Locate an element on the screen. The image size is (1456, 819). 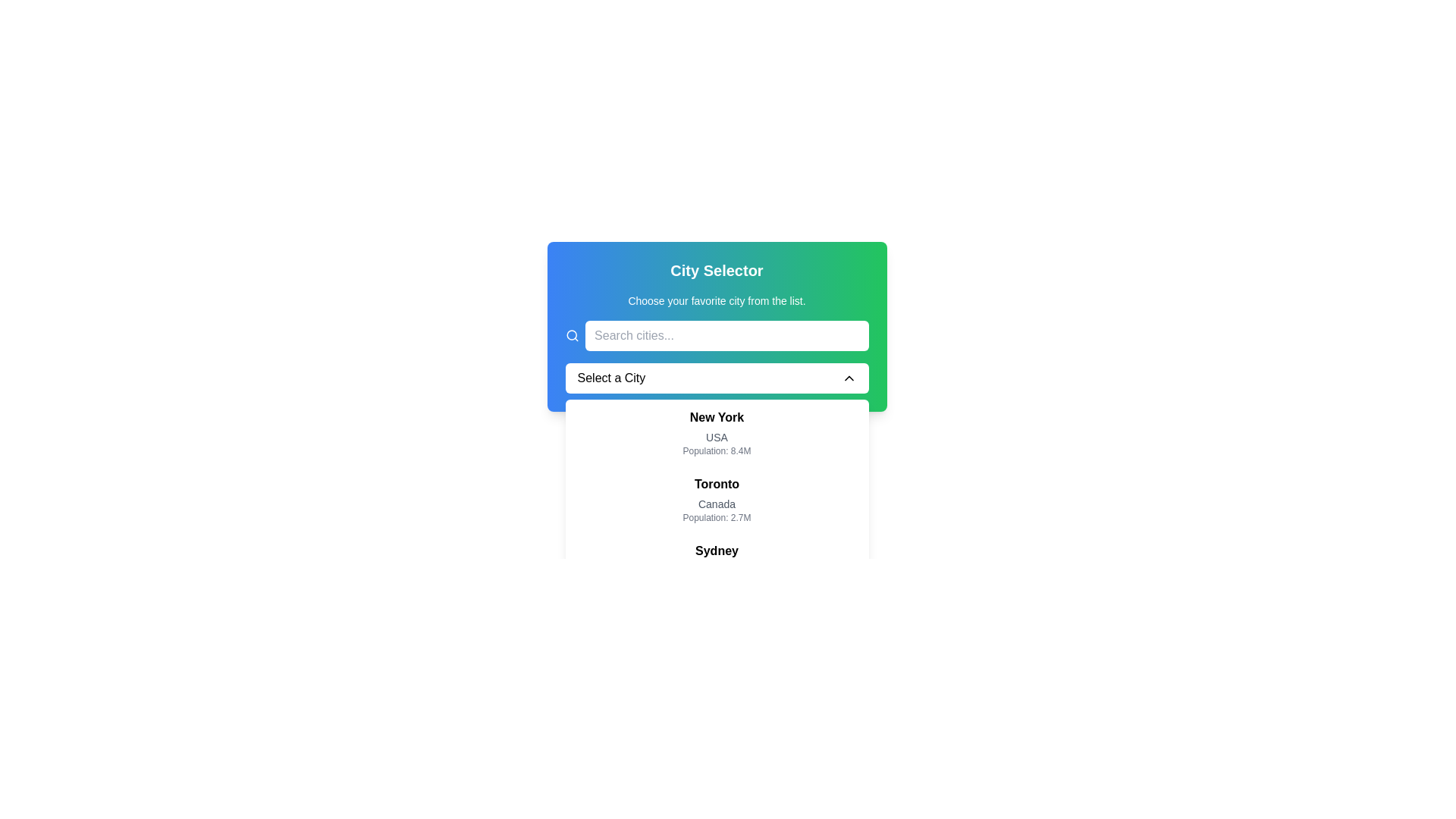
the city entry in the dropdown menu displaying city names is located at coordinates (716, 532).